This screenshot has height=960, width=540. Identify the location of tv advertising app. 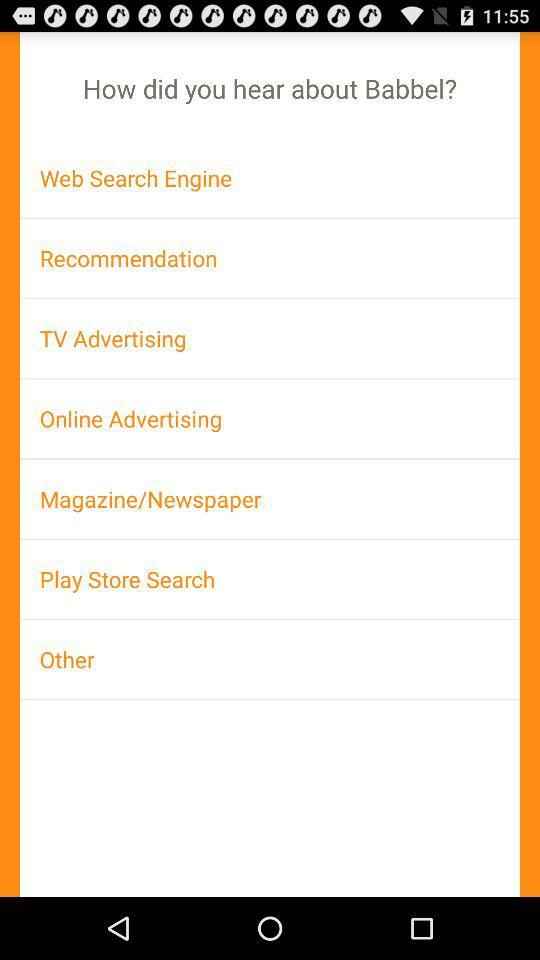
(270, 338).